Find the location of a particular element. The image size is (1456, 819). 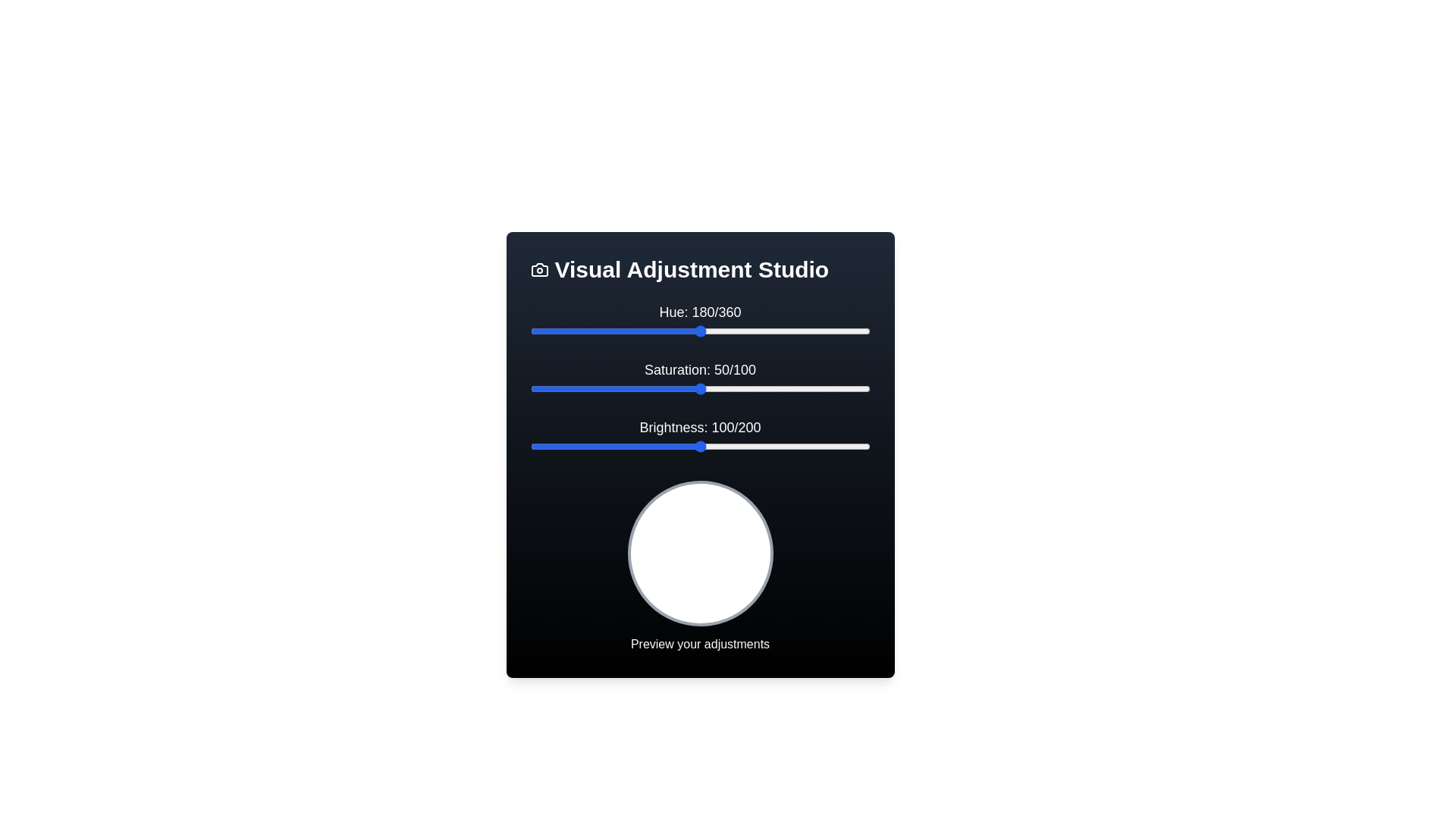

the 'Hue' slider to 128 by dragging the slider is located at coordinates (651, 330).